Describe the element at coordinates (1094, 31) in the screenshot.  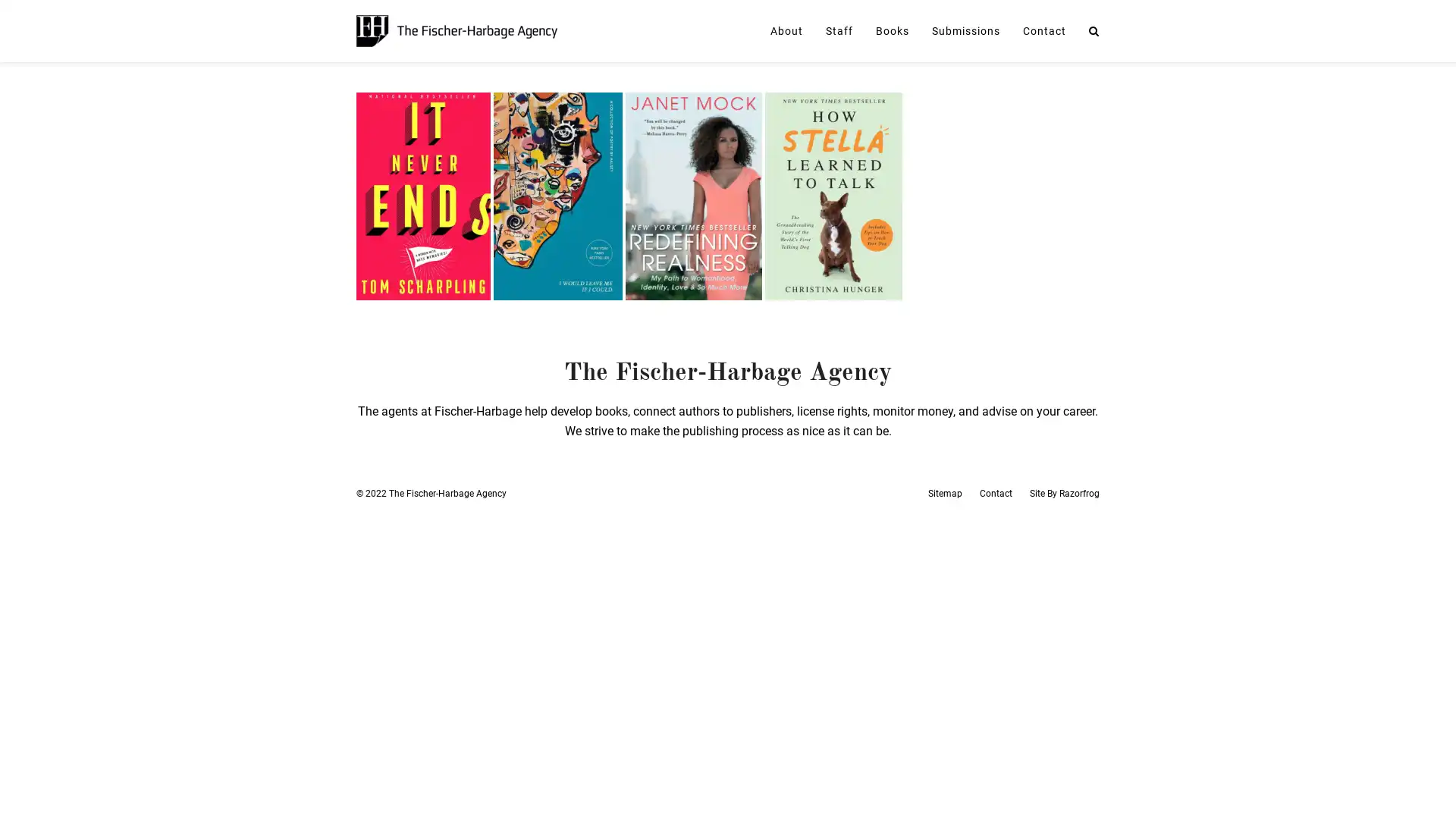
I see `Search` at that location.